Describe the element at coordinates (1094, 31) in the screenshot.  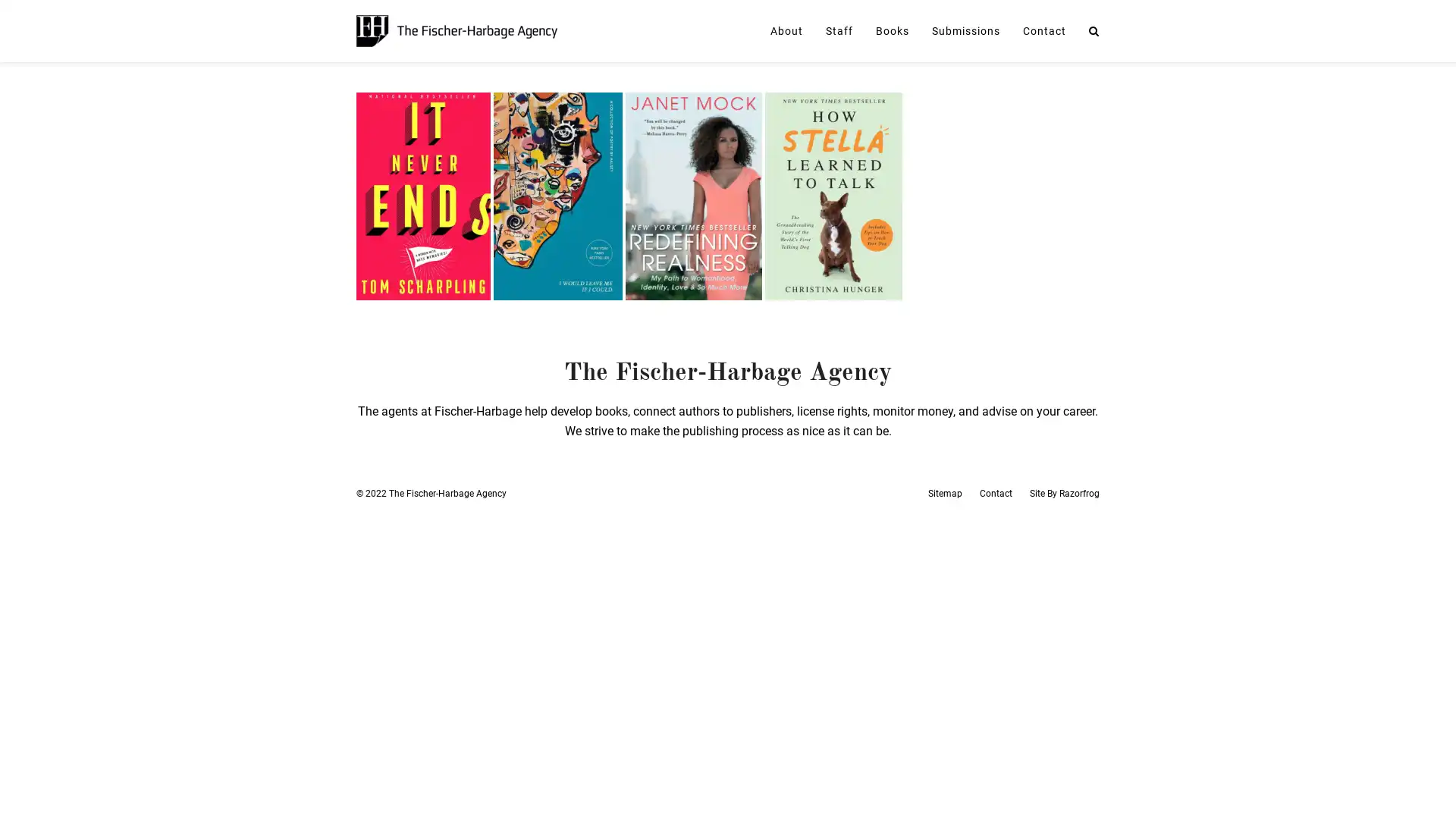
I see `Search` at that location.